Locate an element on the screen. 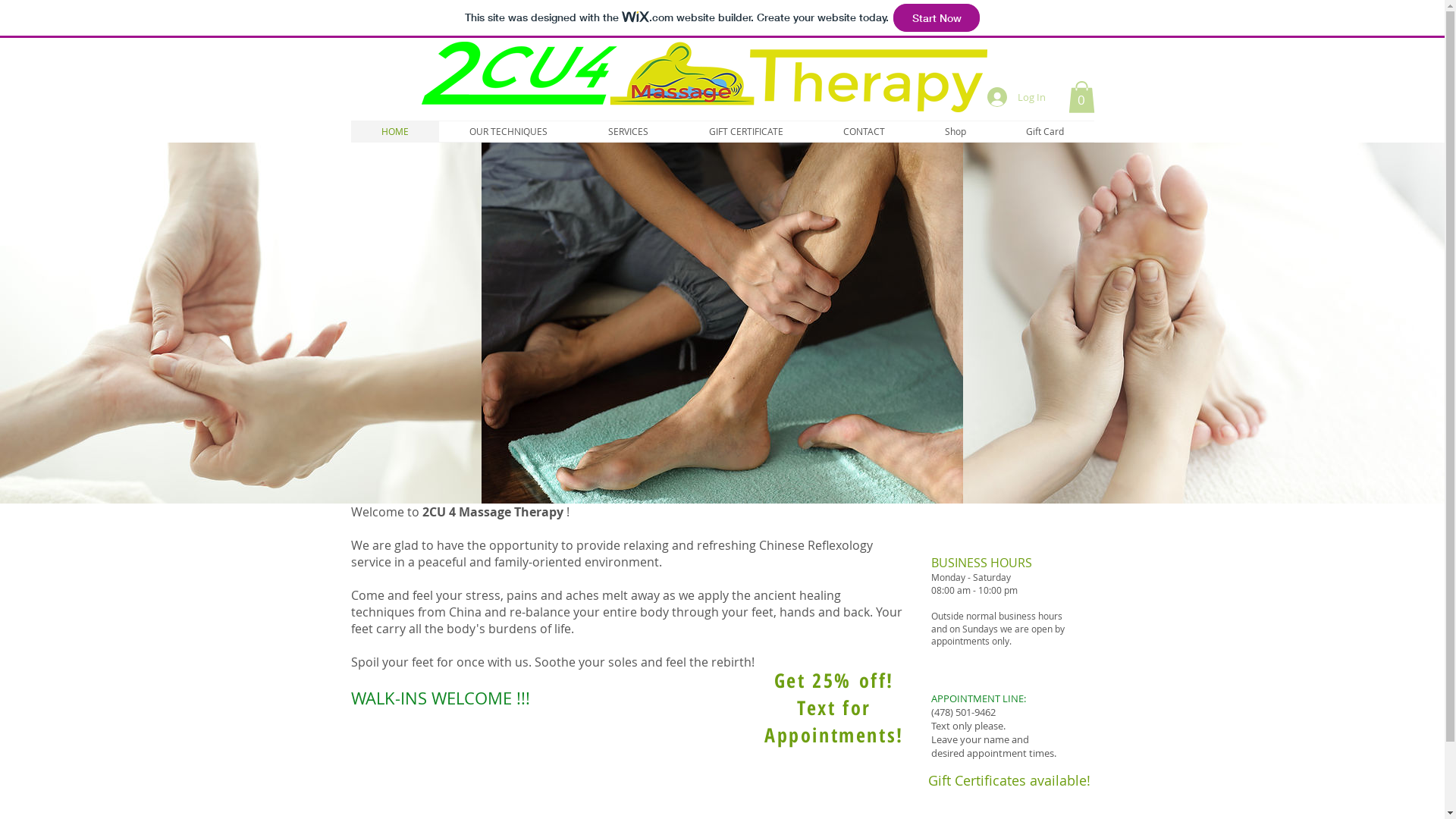 Image resolution: width=1456 pixels, height=819 pixels. 'CONTACT' is located at coordinates (863, 130).